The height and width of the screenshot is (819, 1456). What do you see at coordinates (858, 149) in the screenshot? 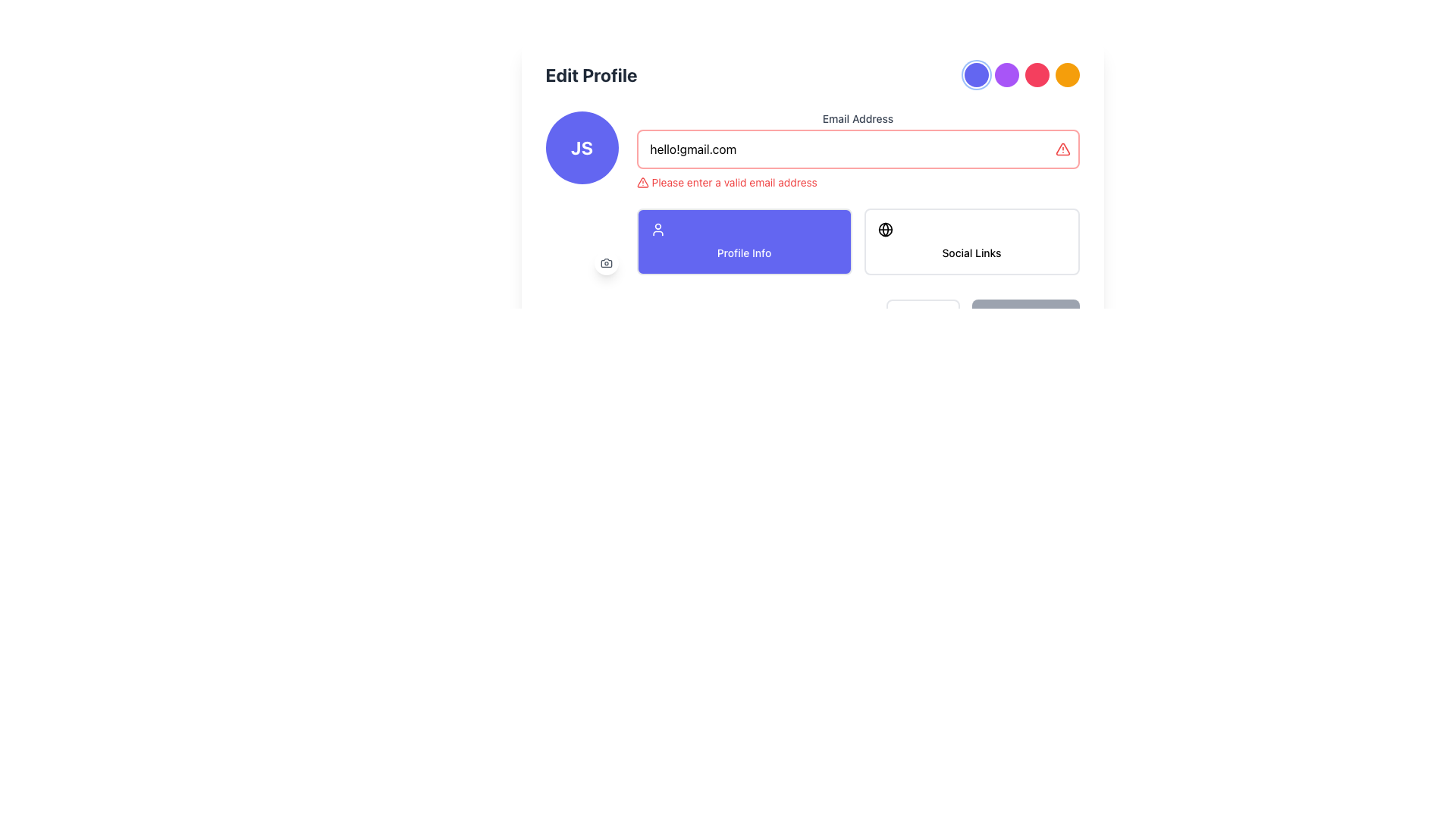
I see `inside the email input field with a red rounded border and placeholder text 'hello!gmail.com' to focus it` at bounding box center [858, 149].